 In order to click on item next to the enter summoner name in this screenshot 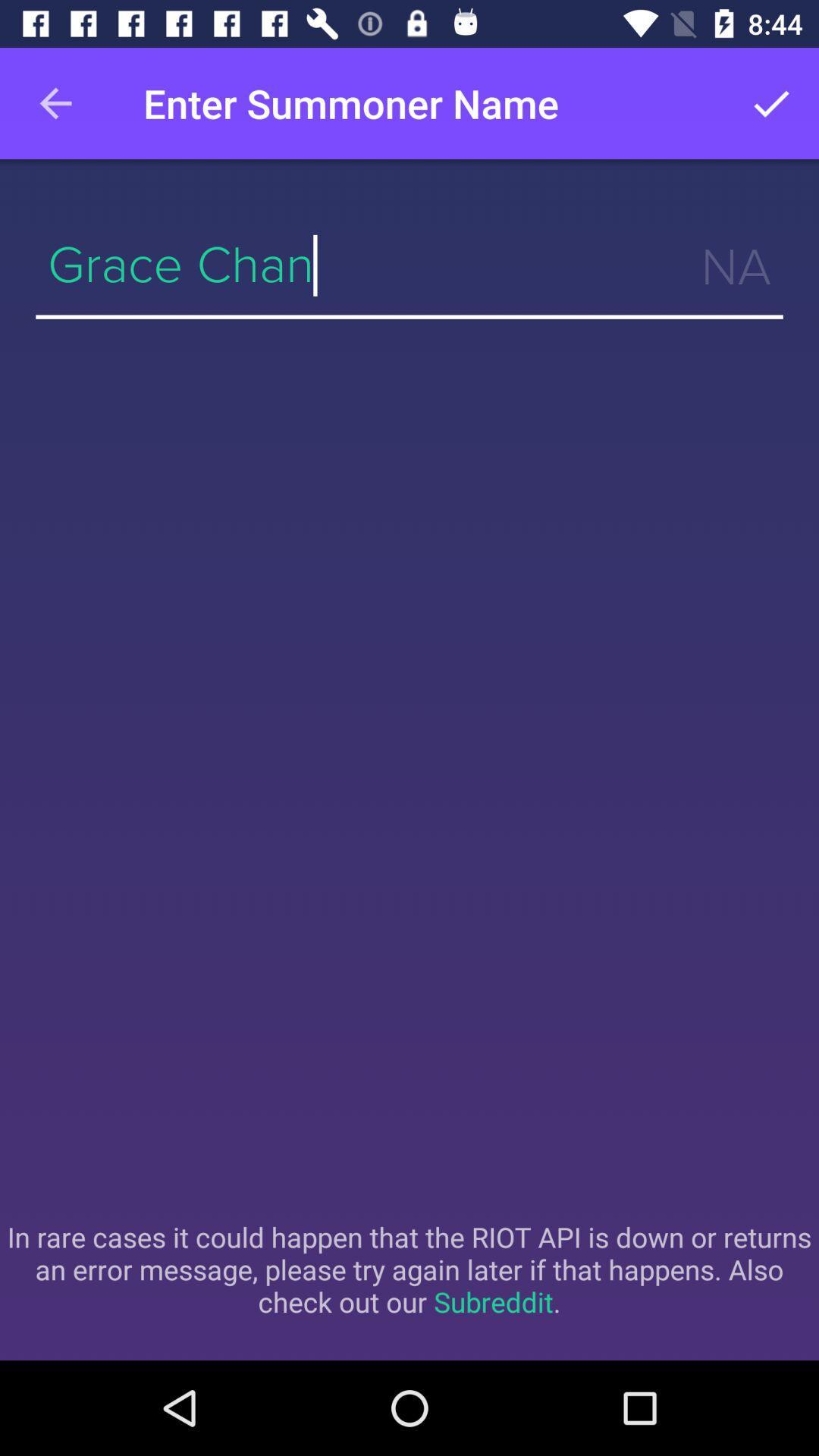, I will do `click(771, 102)`.